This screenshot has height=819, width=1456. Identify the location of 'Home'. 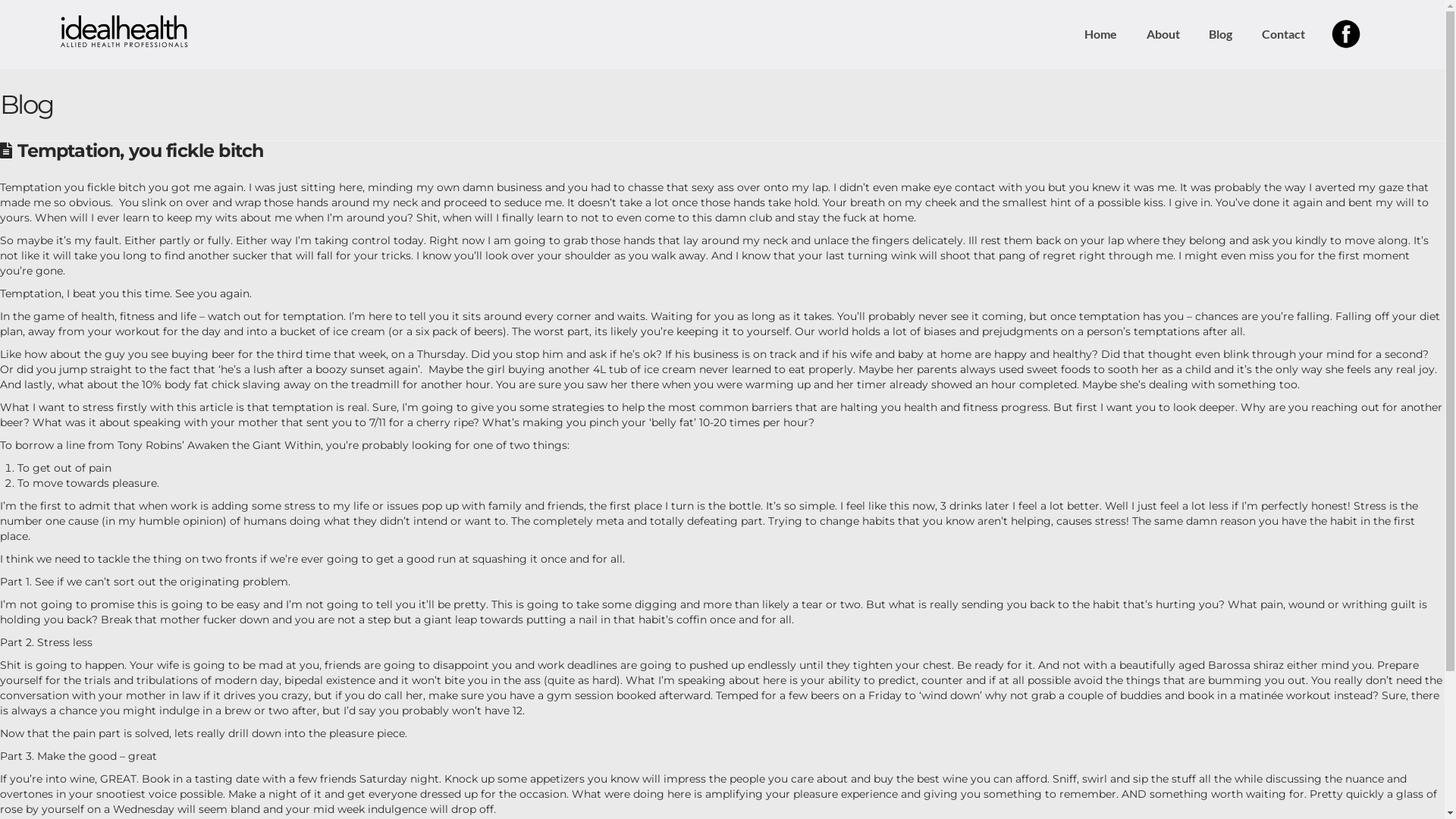
(1100, 34).